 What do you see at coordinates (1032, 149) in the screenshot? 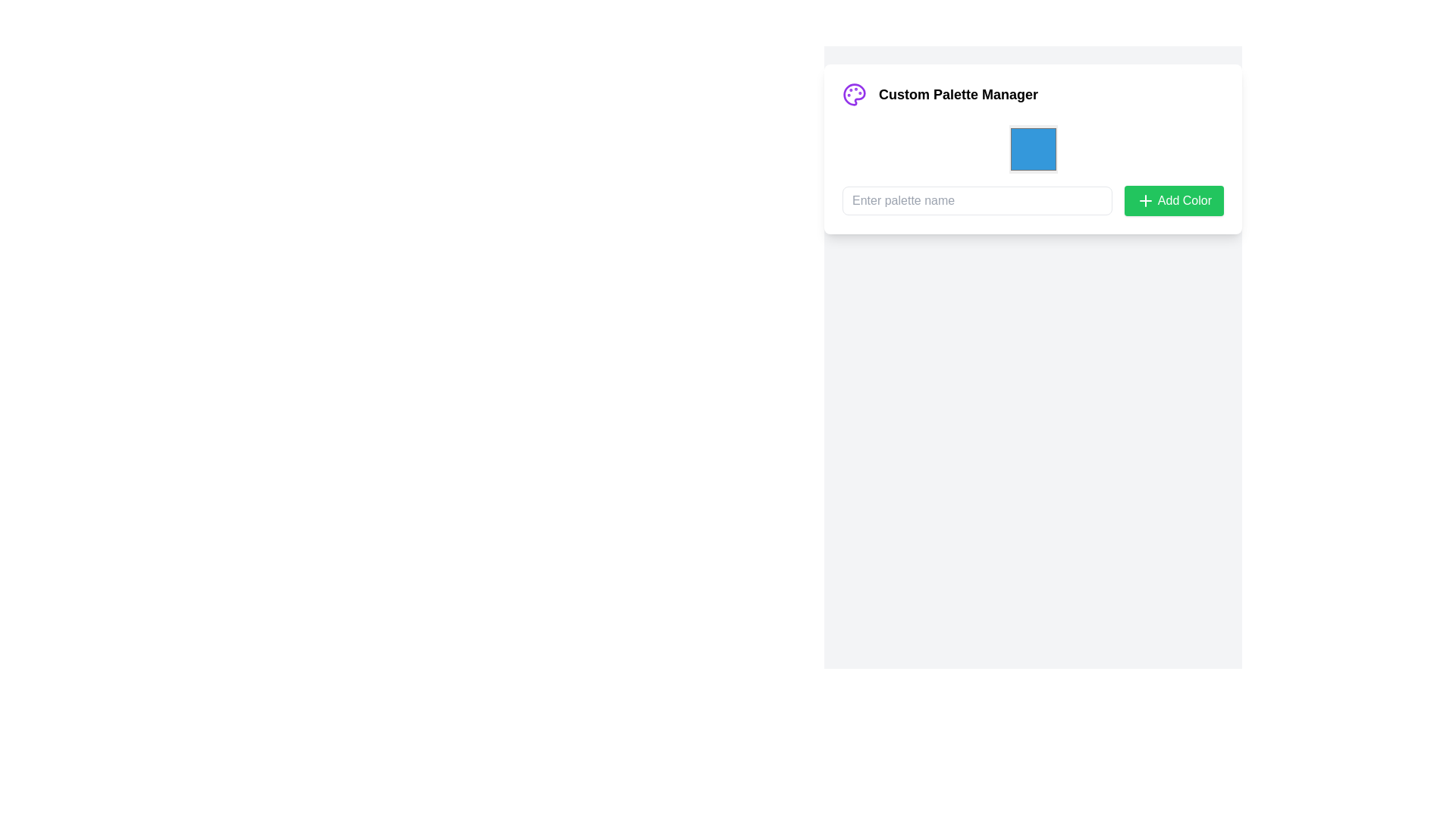
I see `the color selector element located within the 'Custom Palette Manager' card` at bounding box center [1032, 149].